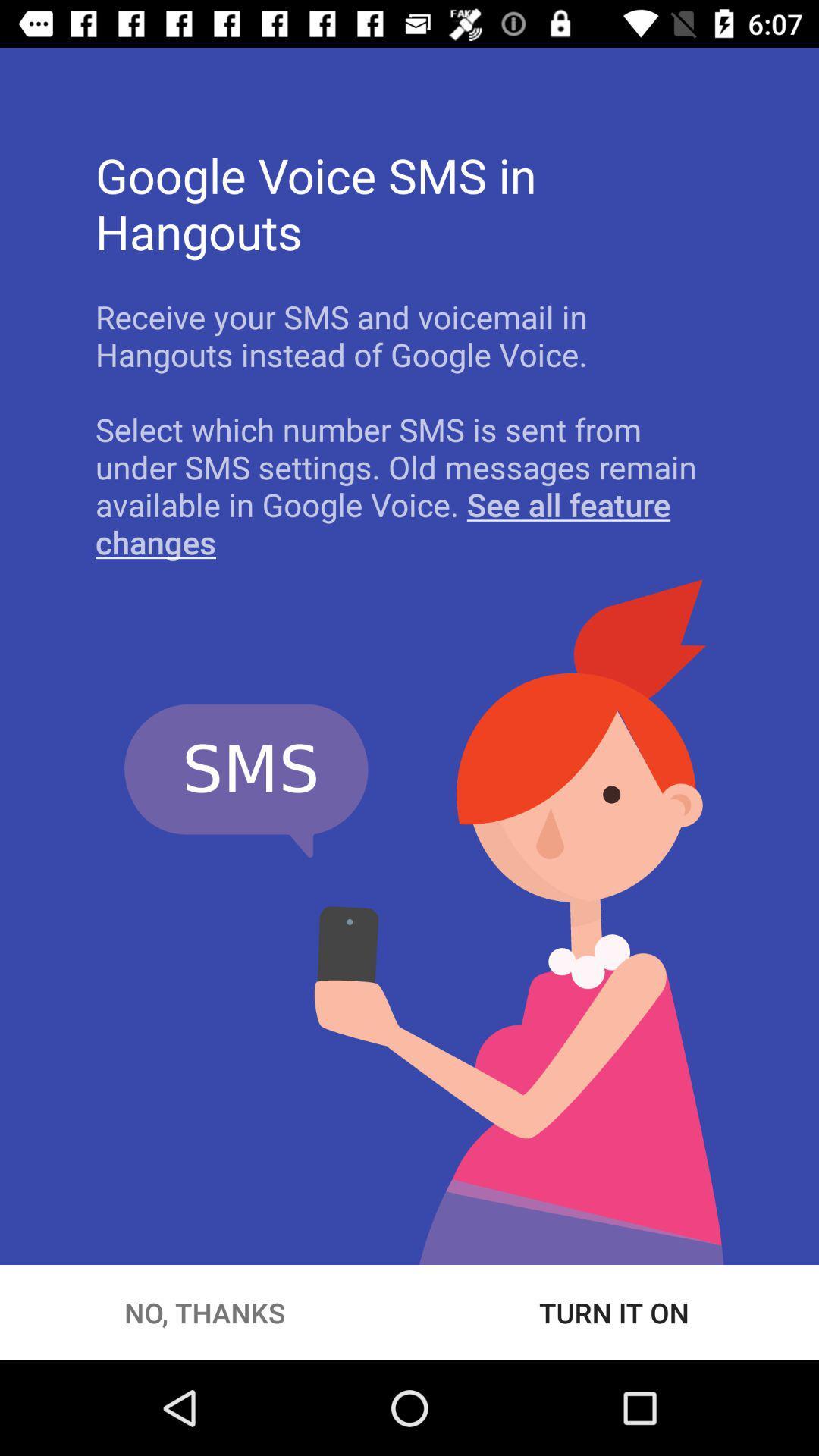 This screenshot has height=1456, width=819. What do you see at coordinates (409, 485) in the screenshot?
I see `the select which number item` at bounding box center [409, 485].